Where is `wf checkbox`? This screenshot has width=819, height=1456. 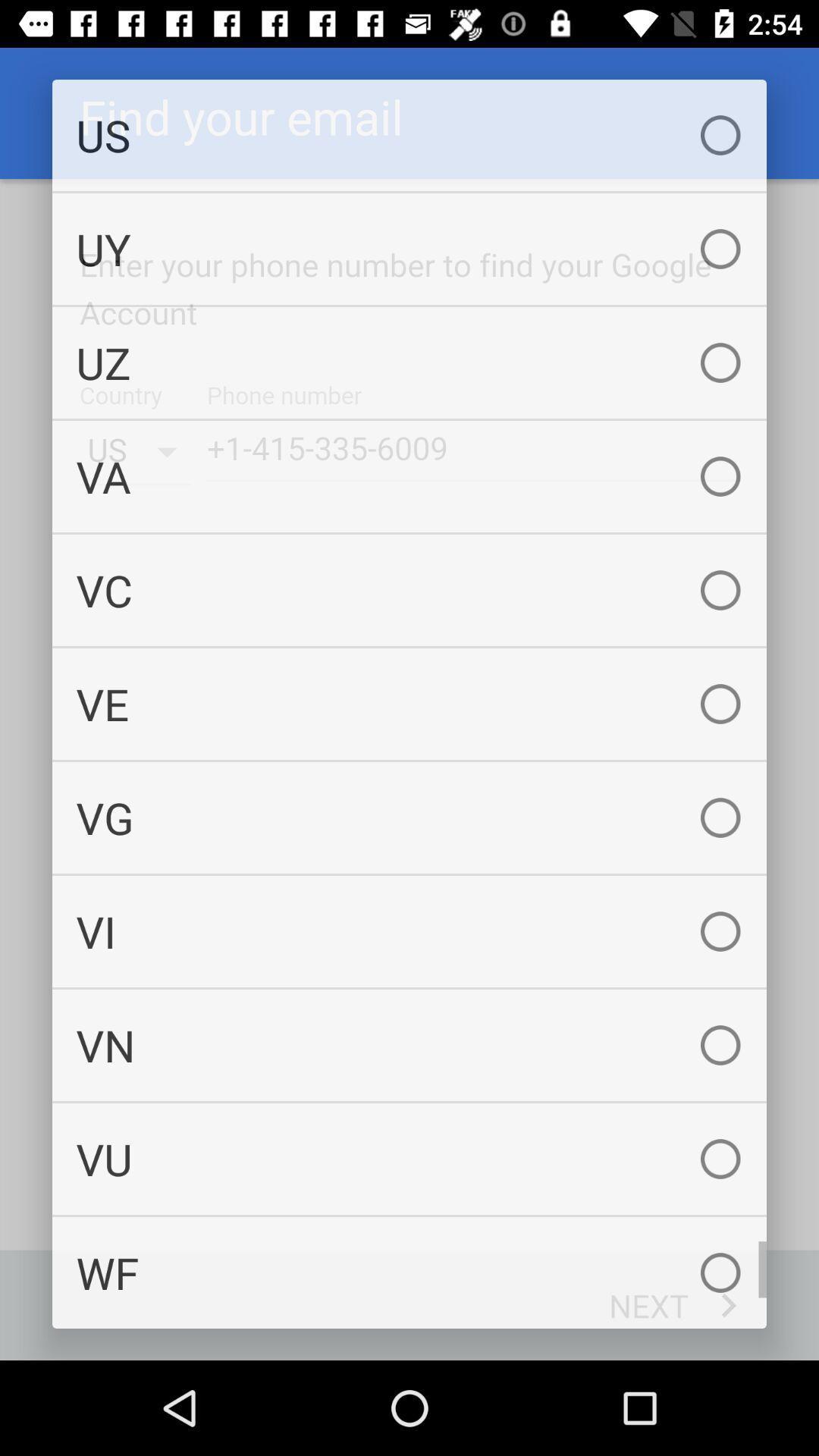 wf checkbox is located at coordinates (409, 1272).